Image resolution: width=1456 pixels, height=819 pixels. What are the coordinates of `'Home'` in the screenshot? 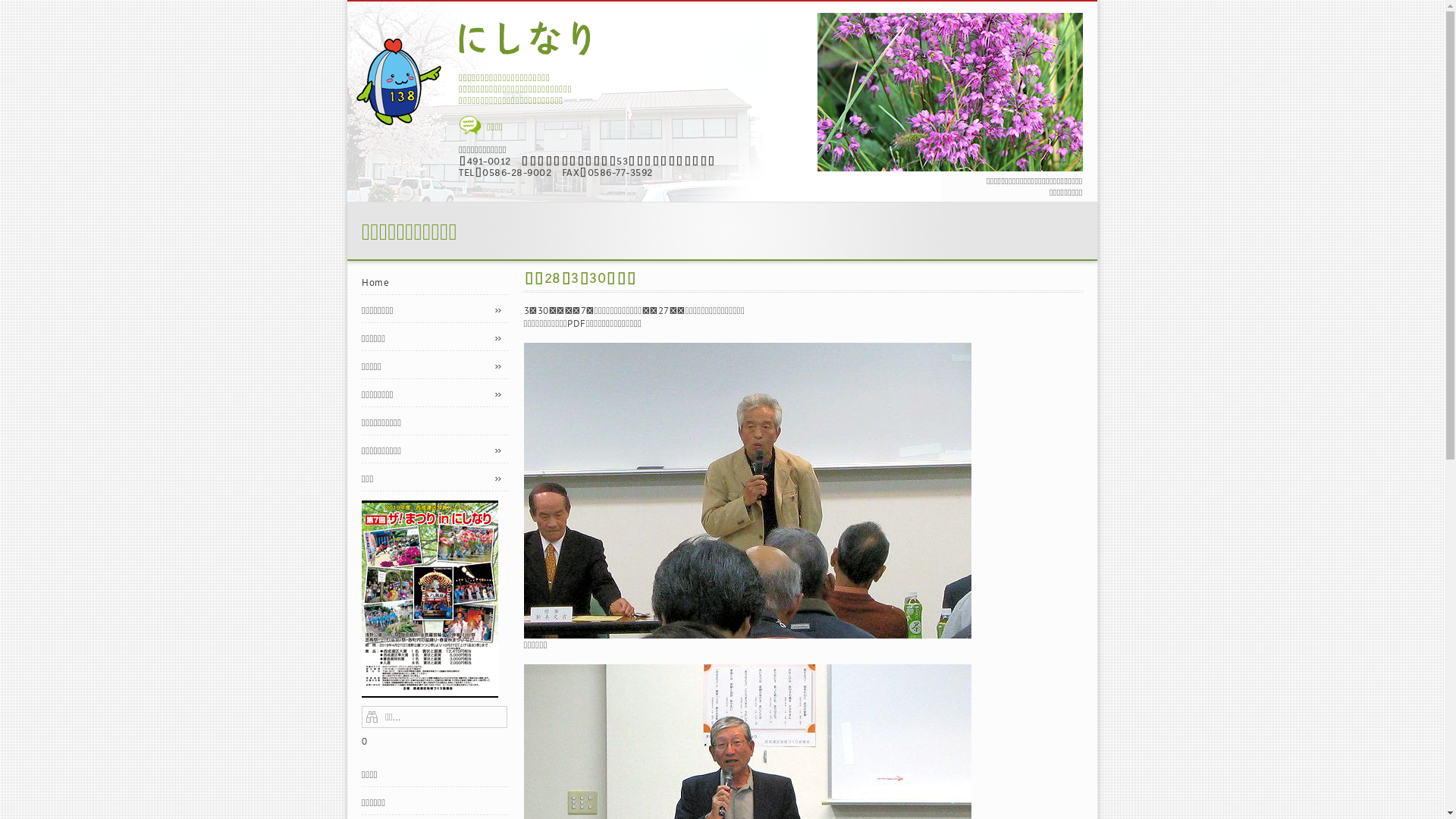 It's located at (435, 282).